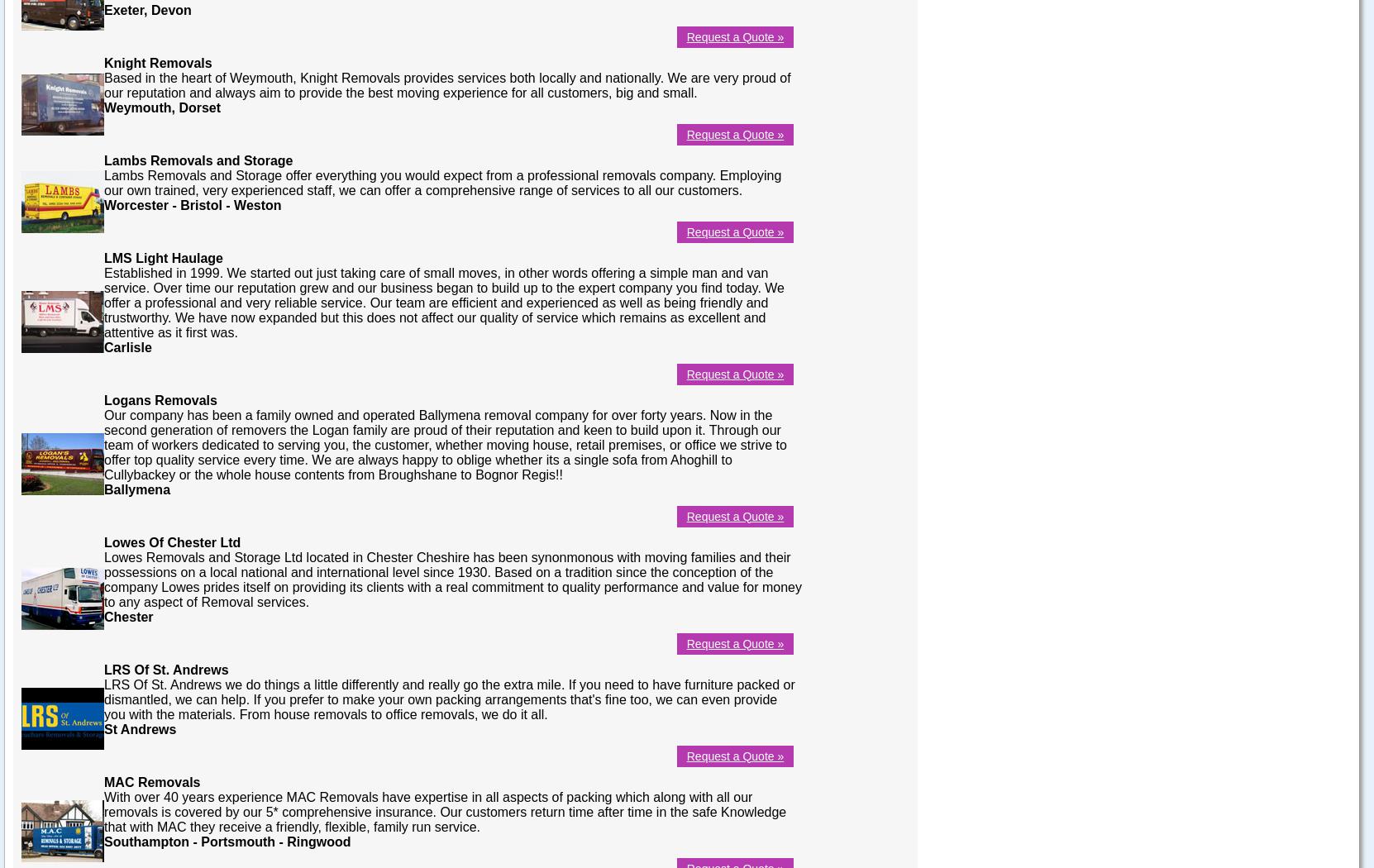  What do you see at coordinates (171, 541) in the screenshot?
I see `'Lowes Of Chester Ltd'` at bounding box center [171, 541].